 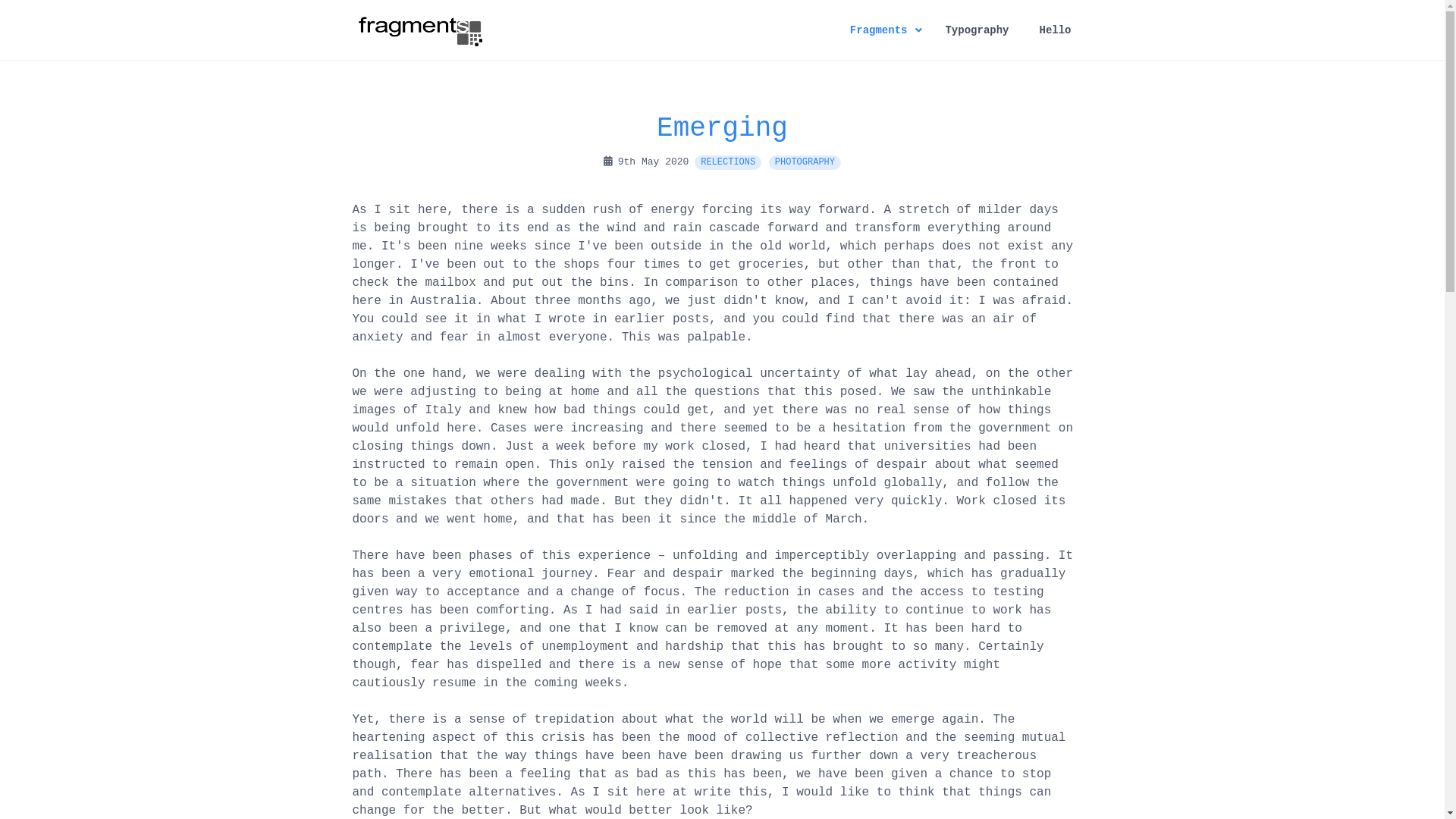 What do you see at coordinates (1054, 30) in the screenshot?
I see `'Hello'` at bounding box center [1054, 30].